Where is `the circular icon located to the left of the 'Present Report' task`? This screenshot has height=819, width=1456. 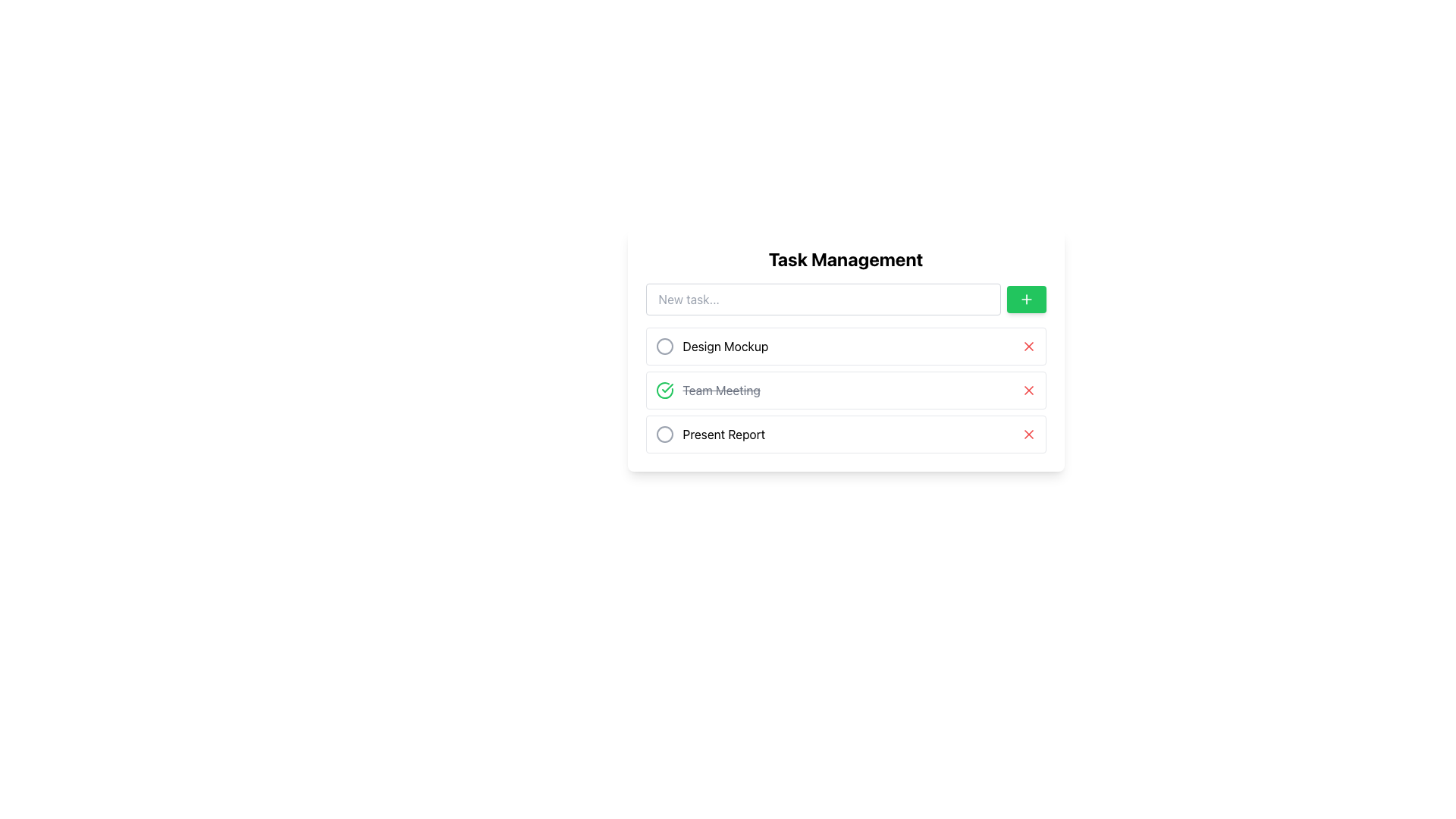
the circular icon located to the left of the 'Present Report' task is located at coordinates (664, 435).